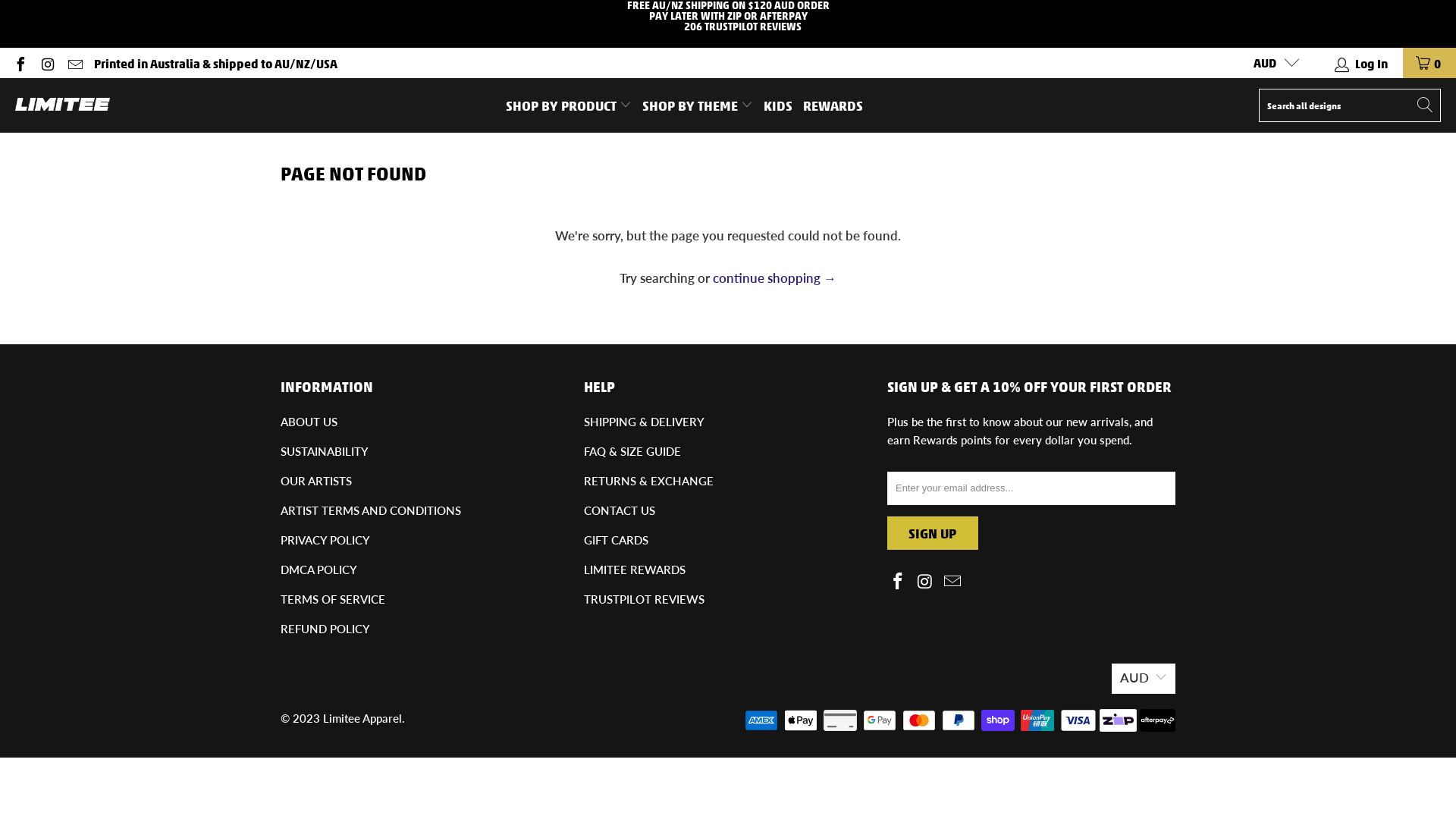 The width and height of the screenshot is (1456, 819). What do you see at coordinates (73, 61) in the screenshot?
I see `'Email Limitee Apparel'` at bounding box center [73, 61].